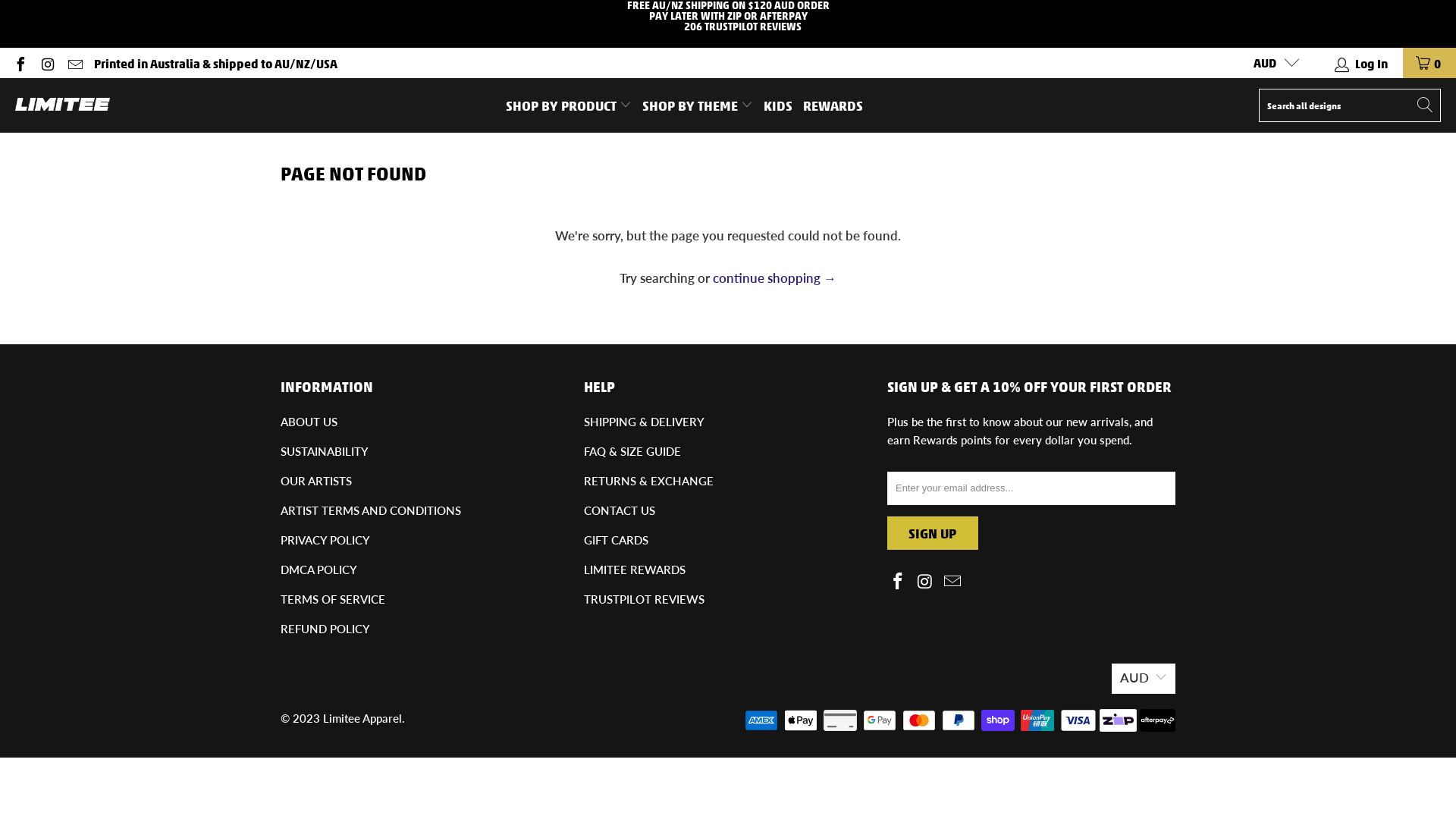 The width and height of the screenshot is (1456, 819). What do you see at coordinates (73, 61) in the screenshot?
I see `'Email Limitee Apparel'` at bounding box center [73, 61].